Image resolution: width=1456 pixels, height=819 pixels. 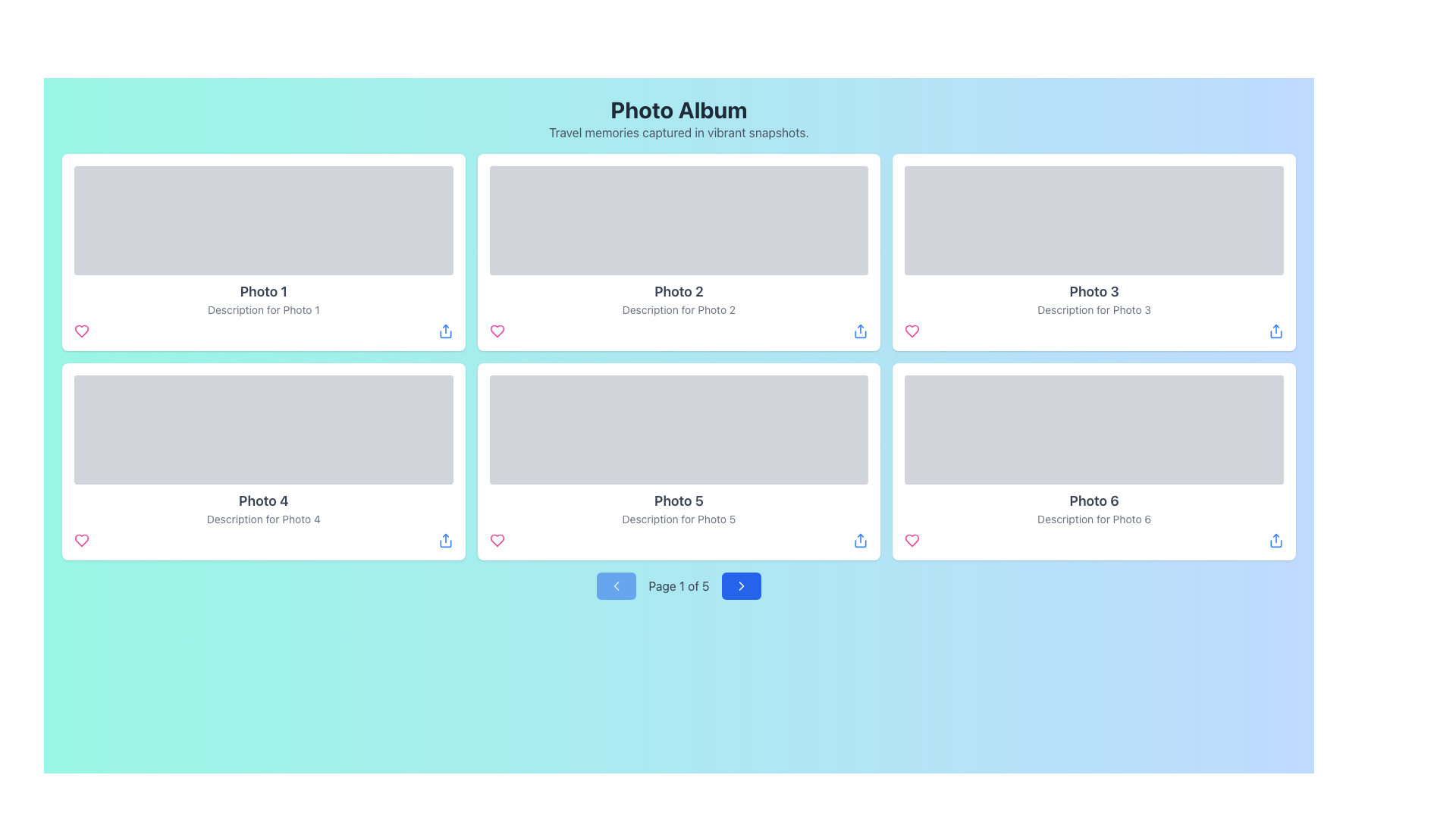 What do you see at coordinates (263, 309) in the screenshot?
I see `the small text label with gray font reading 'Description for Photo 1', located beneath the title 'Photo 1' in the first card of the grid display` at bounding box center [263, 309].